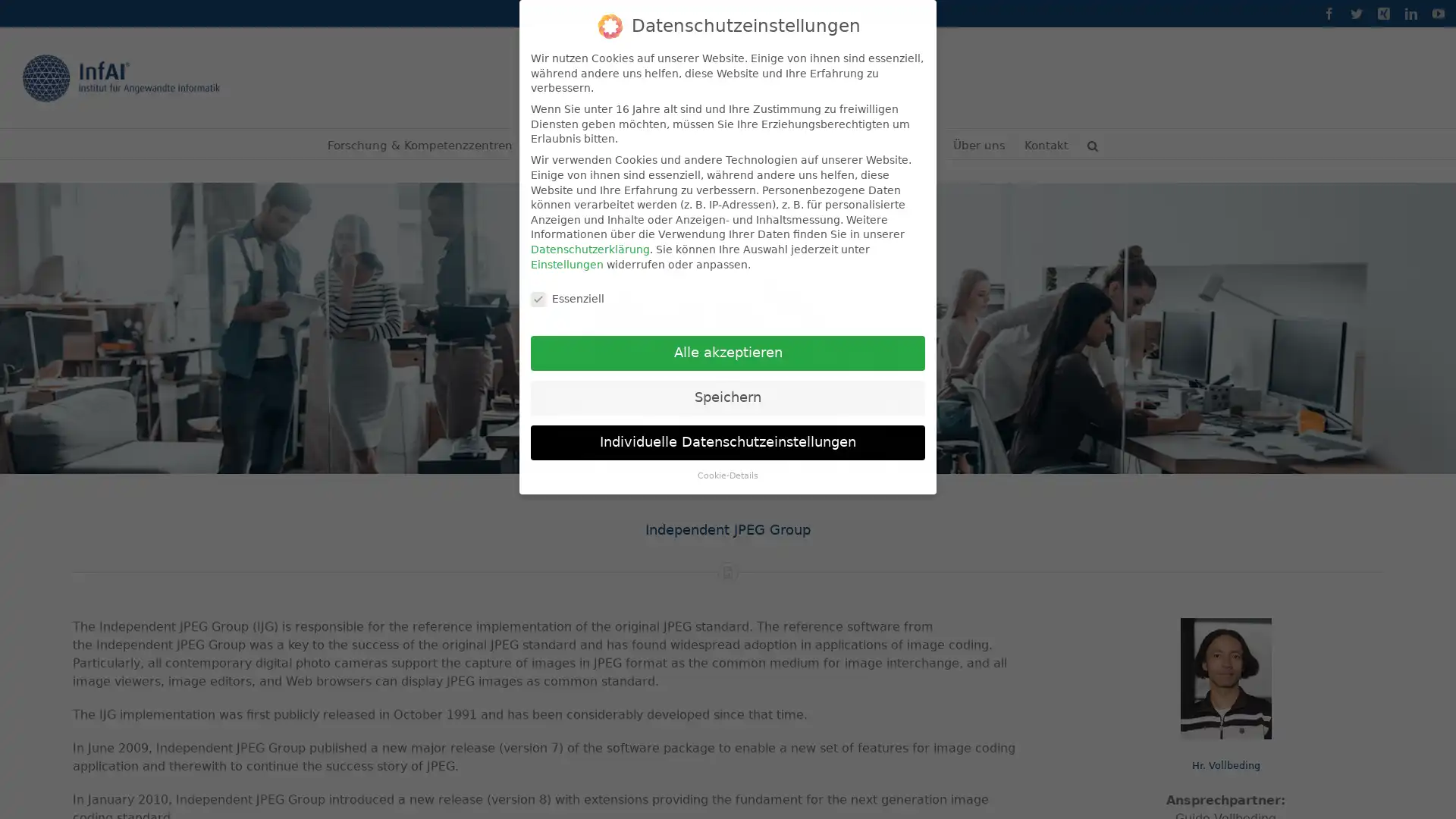  What do you see at coordinates (589, 762) in the screenshot?
I see `Alle akzeptieren` at bounding box center [589, 762].